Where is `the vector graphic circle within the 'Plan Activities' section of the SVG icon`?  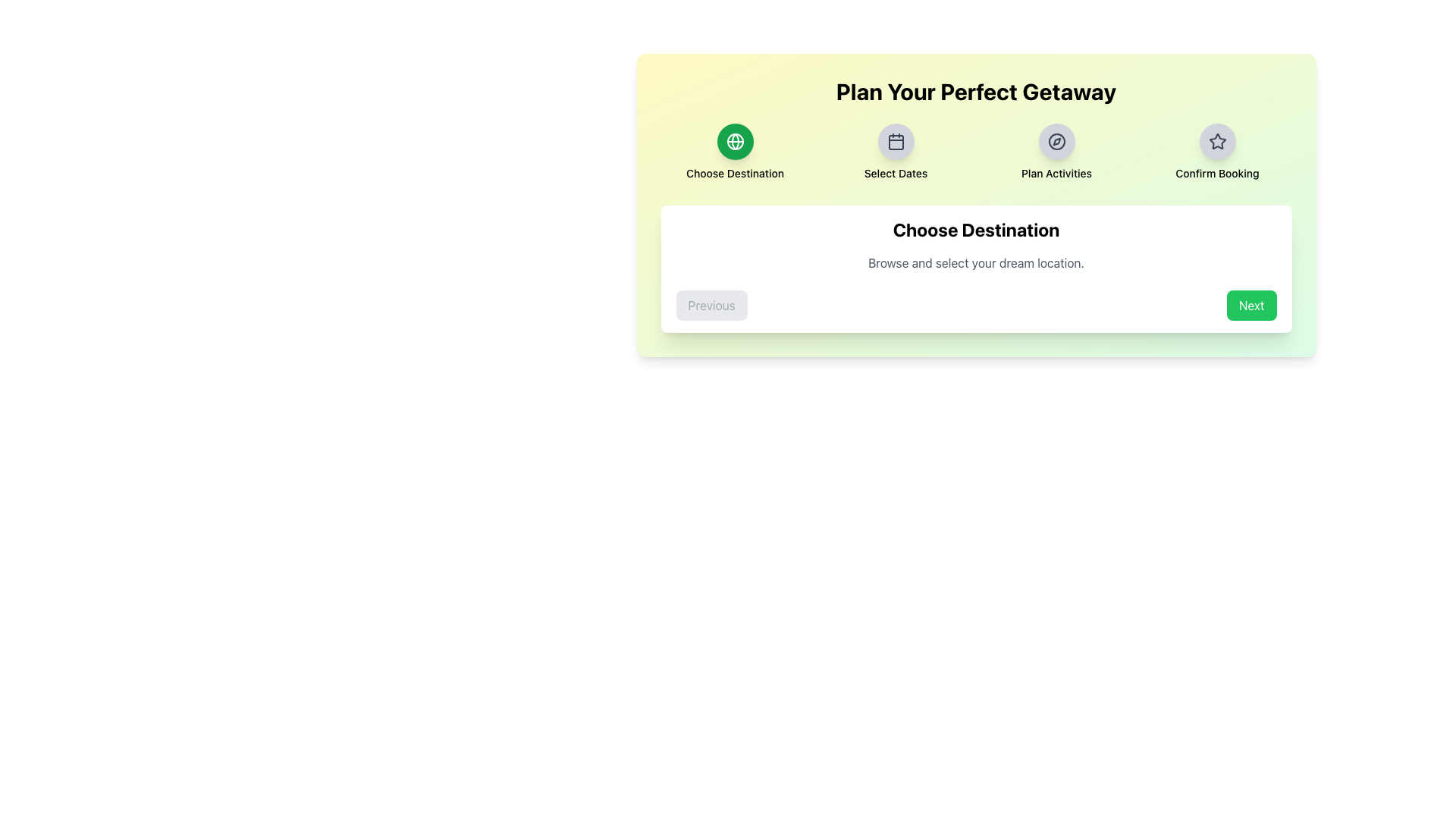
the vector graphic circle within the 'Plan Activities' section of the SVG icon is located at coordinates (1056, 141).